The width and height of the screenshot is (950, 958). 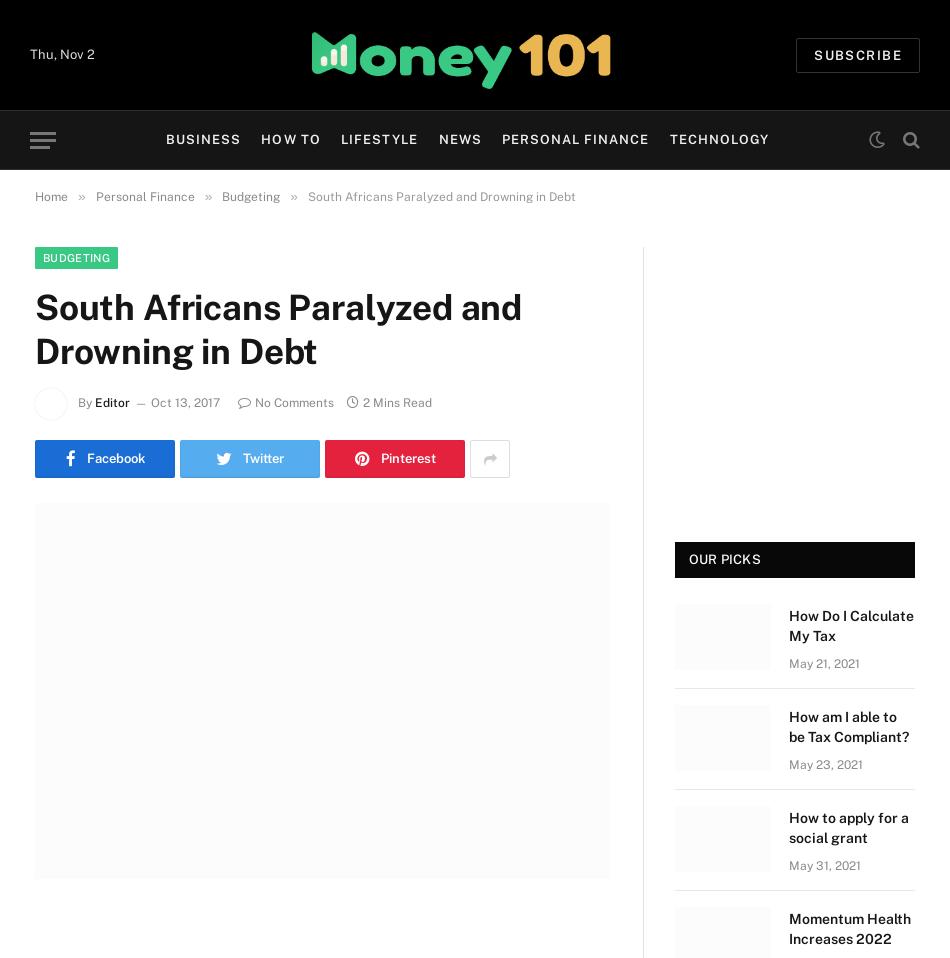 I want to click on 'By', so click(x=77, y=403).